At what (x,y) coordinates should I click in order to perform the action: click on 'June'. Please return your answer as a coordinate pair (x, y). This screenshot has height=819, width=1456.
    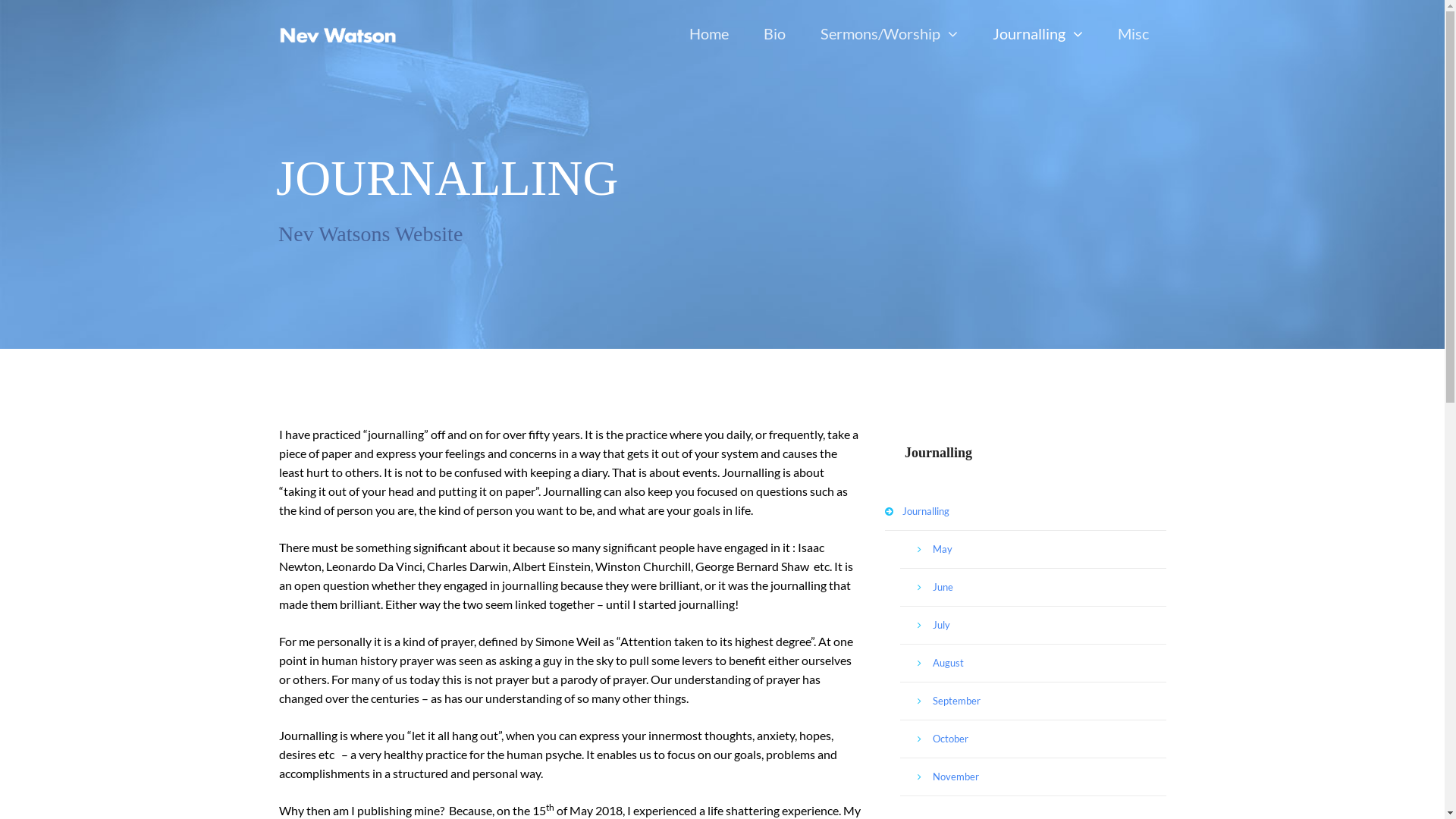
    Looking at the image, I should click on (899, 587).